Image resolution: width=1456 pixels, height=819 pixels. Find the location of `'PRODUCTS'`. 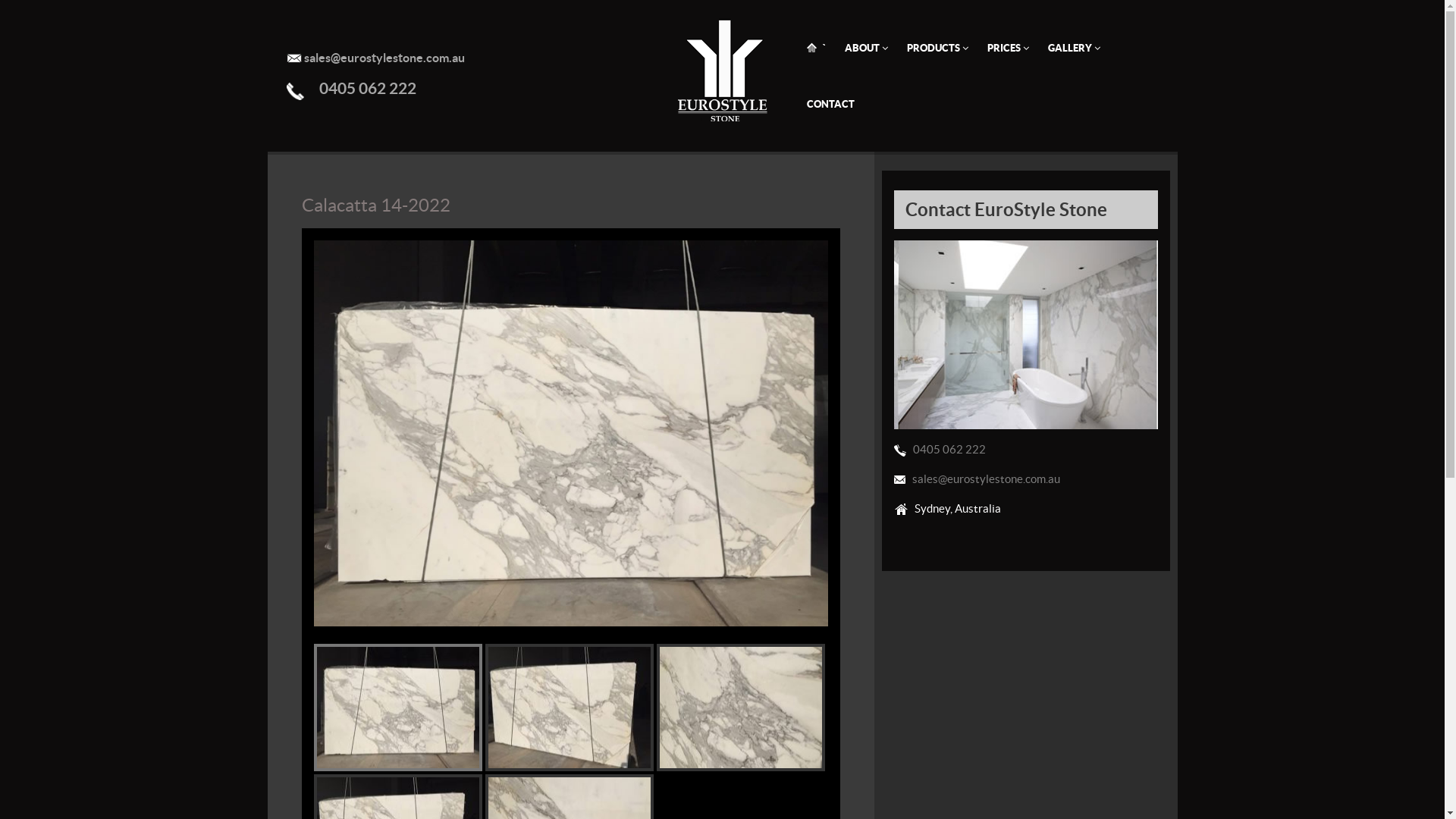

'PRODUCTS' is located at coordinates (899, 47).